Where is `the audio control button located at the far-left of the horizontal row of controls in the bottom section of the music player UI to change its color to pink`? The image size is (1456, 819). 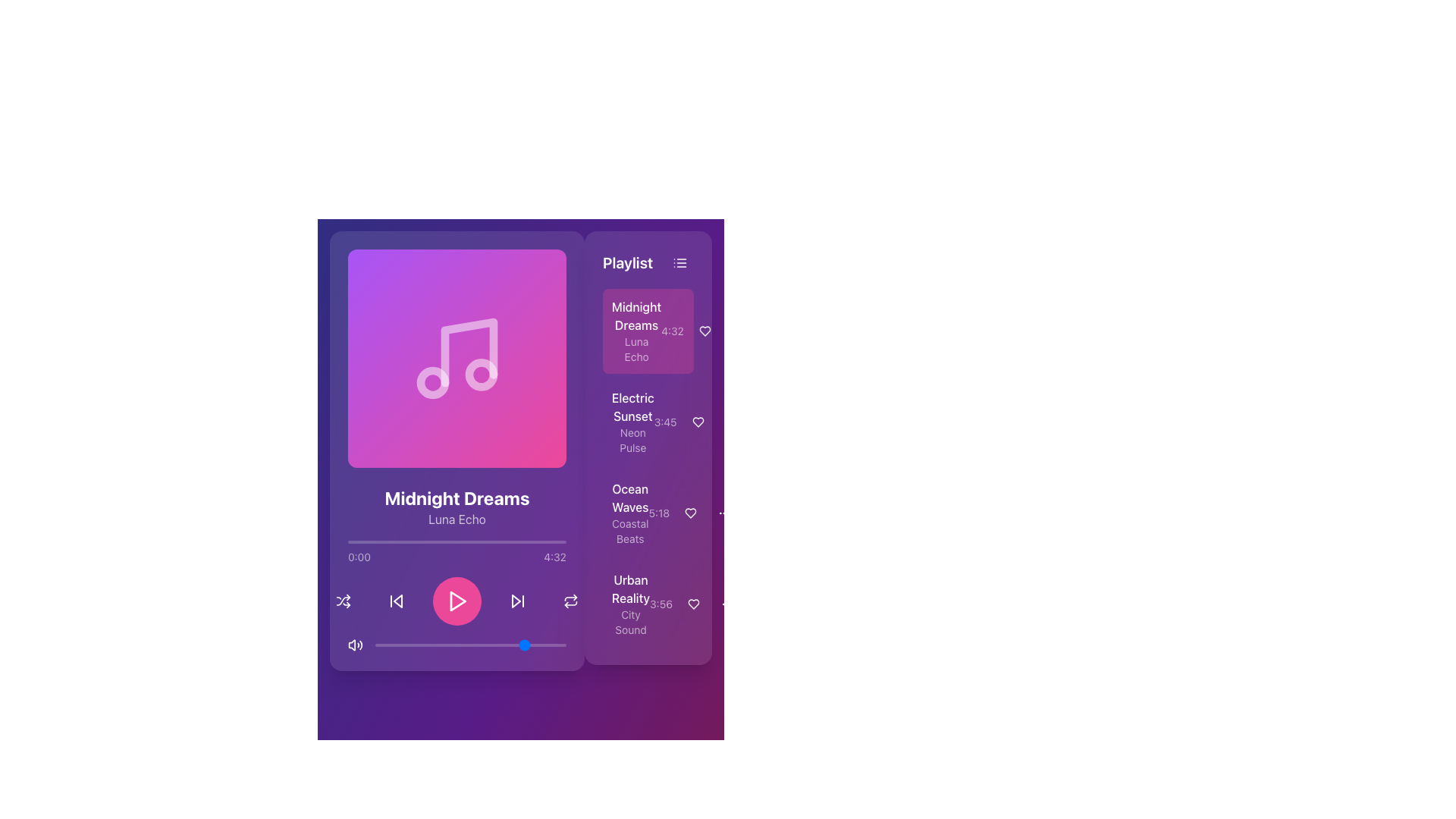 the audio control button located at the far-left of the horizontal row of controls in the bottom section of the music player UI to change its color to pink is located at coordinates (355, 645).